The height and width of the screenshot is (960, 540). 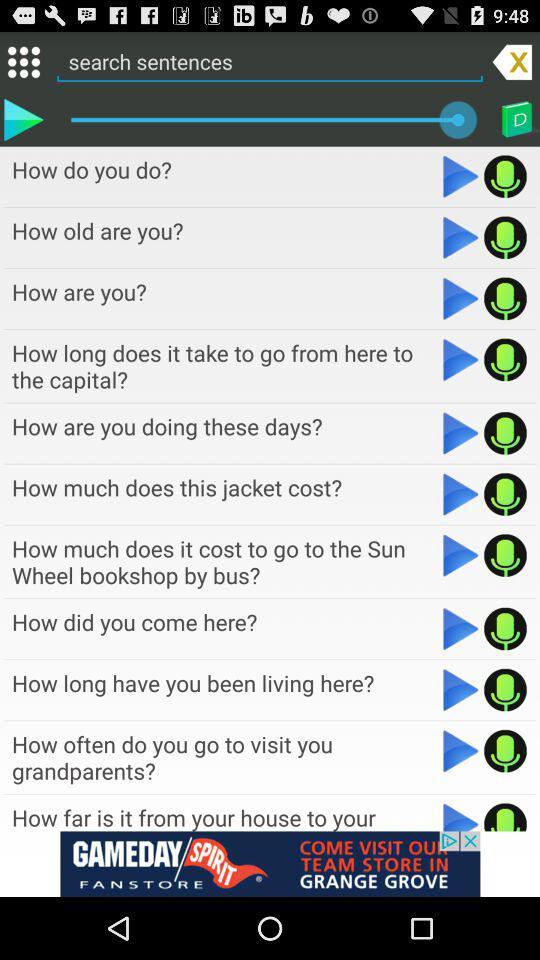 I want to click on button, so click(x=461, y=175).